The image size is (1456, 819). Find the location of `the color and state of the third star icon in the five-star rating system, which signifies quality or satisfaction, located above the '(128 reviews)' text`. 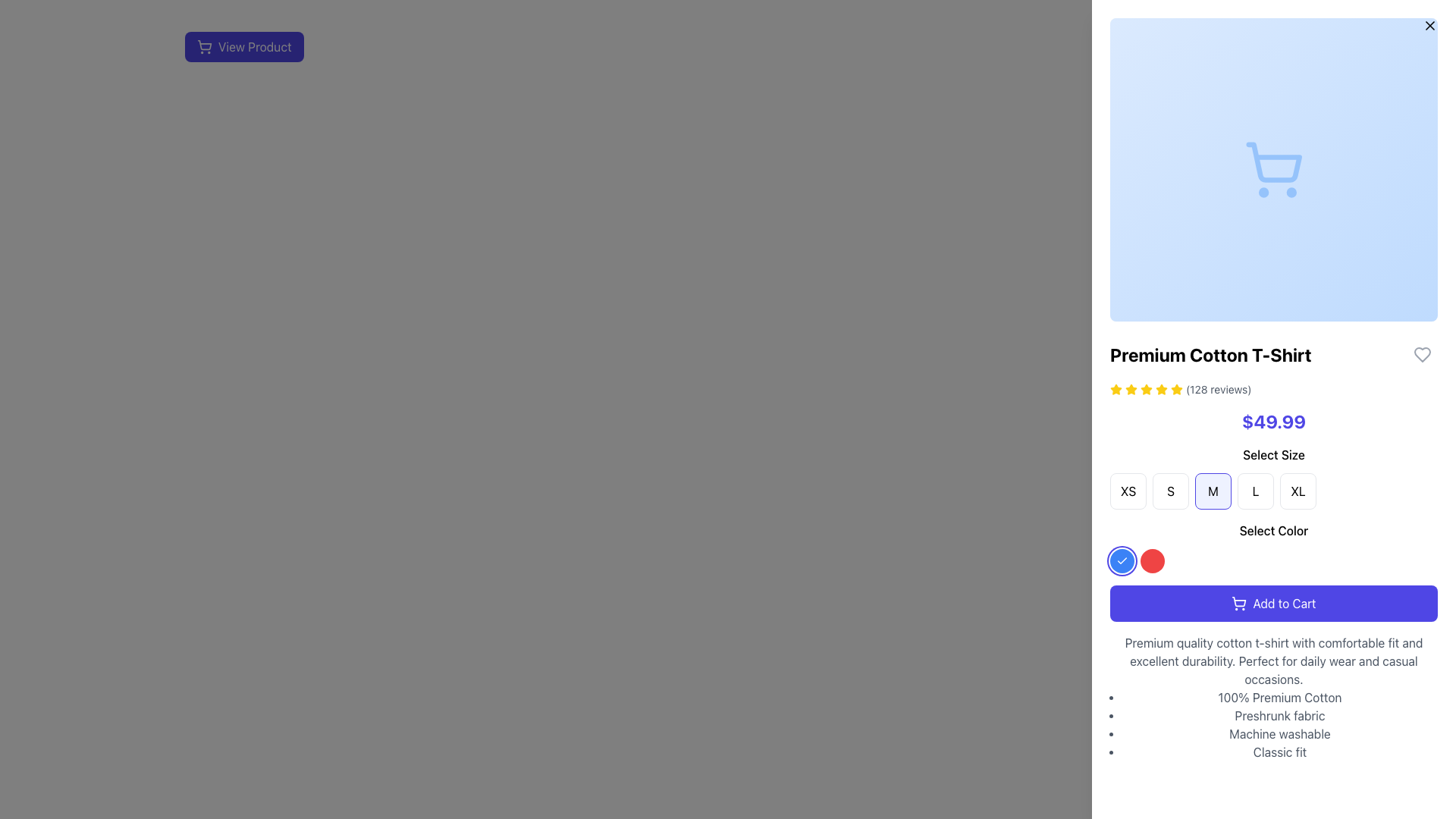

the color and state of the third star icon in the five-star rating system, which signifies quality or satisfaction, located above the '(128 reviews)' text is located at coordinates (1131, 388).